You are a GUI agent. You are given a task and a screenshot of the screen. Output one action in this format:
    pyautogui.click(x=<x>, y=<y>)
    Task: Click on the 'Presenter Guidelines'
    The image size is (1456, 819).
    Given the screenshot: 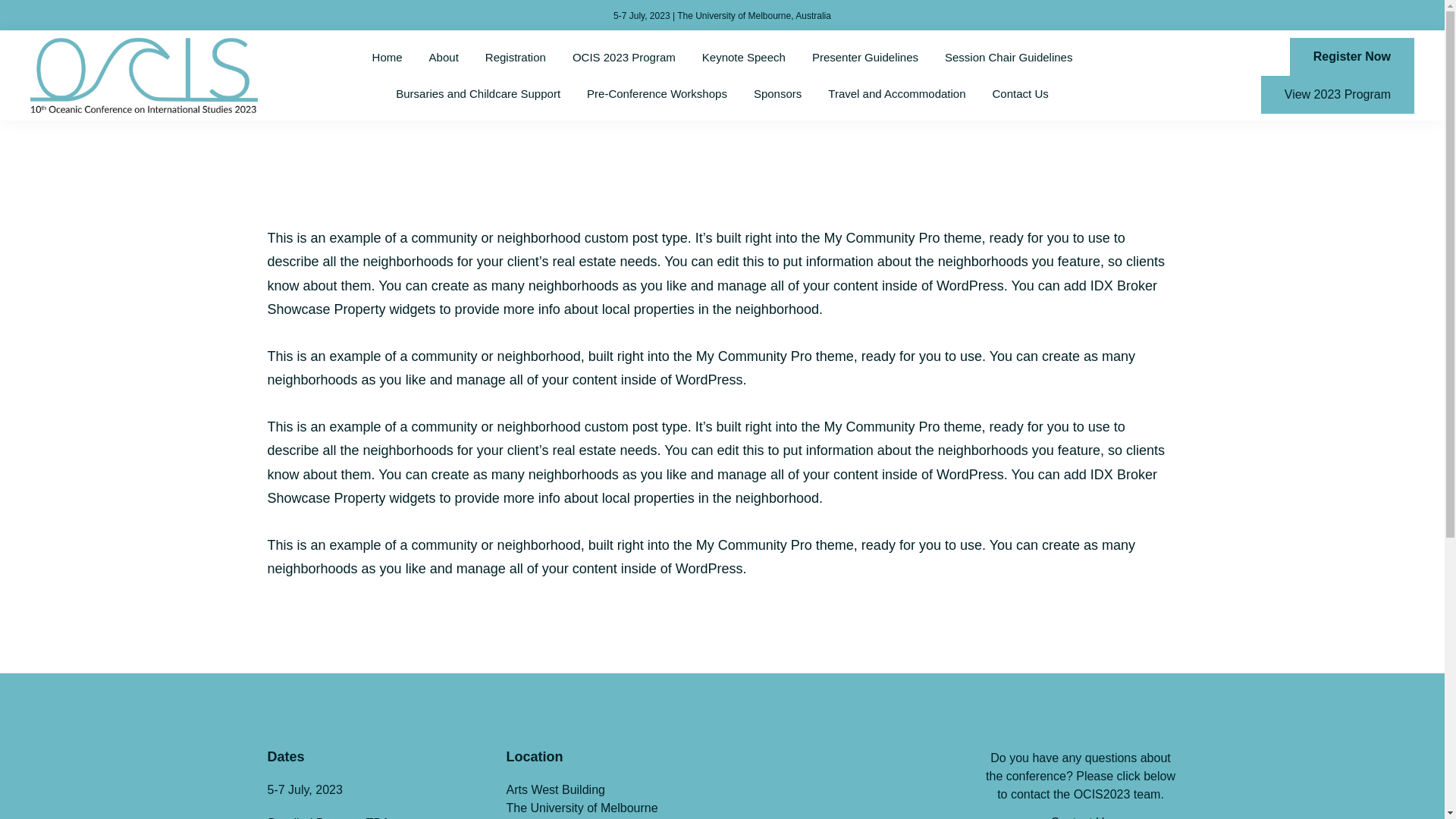 What is the action you would take?
    pyautogui.click(x=865, y=57)
    